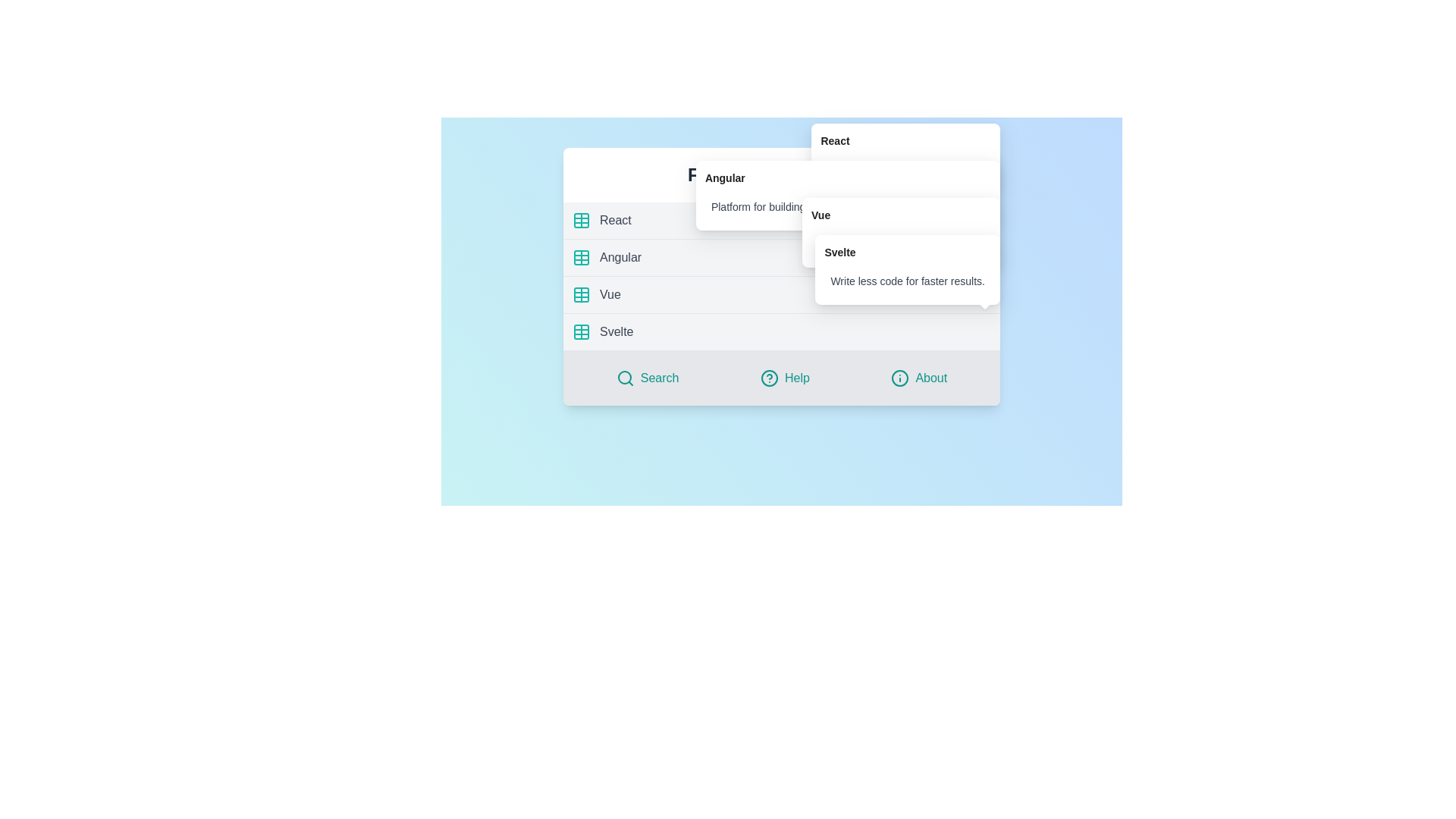 This screenshot has height=819, width=1456. What do you see at coordinates (782, 257) in the screenshot?
I see `the second item in the list representing Angular` at bounding box center [782, 257].